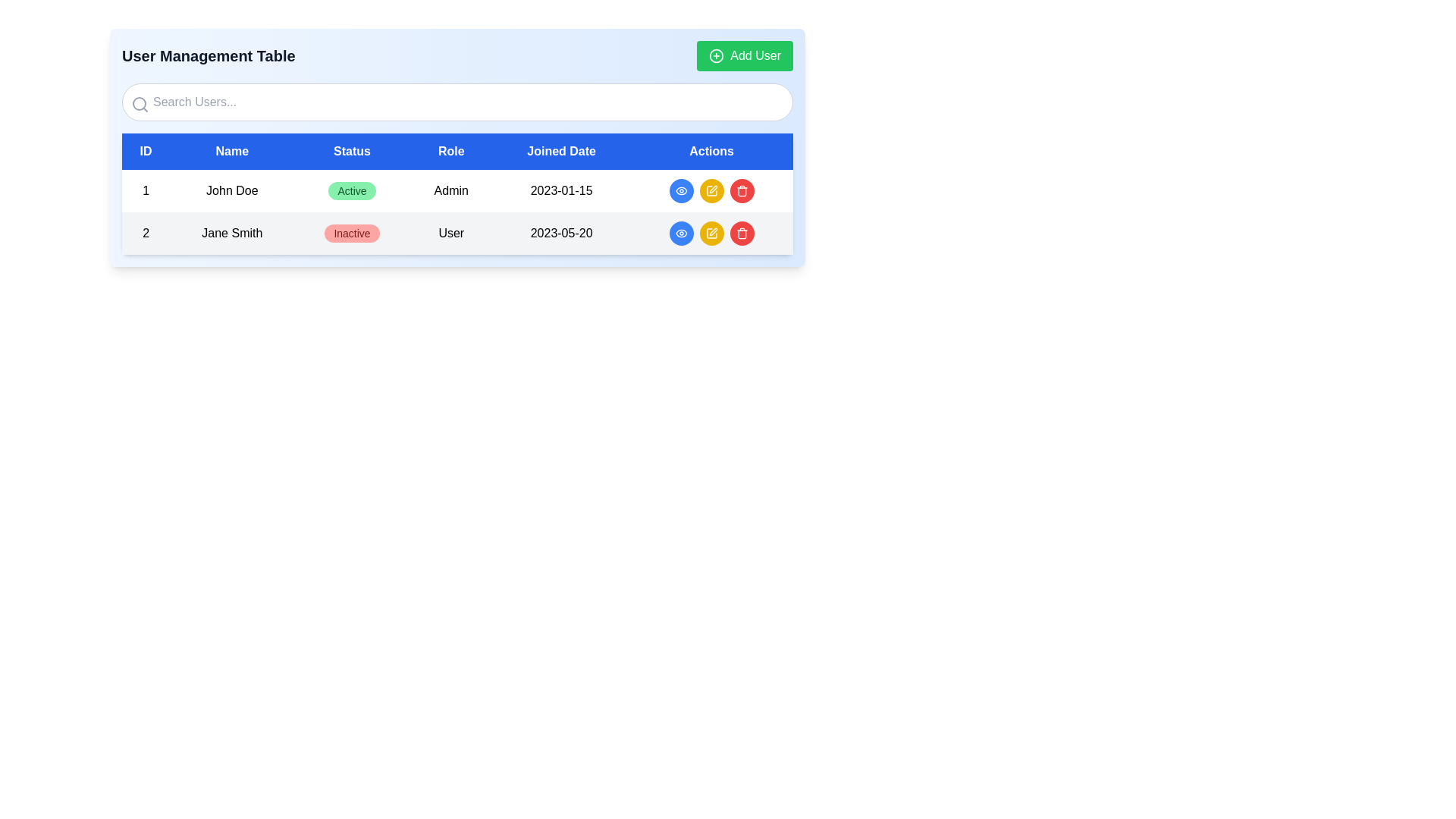 Image resolution: width=1456 pixels, height=819 pixels. Describe the element at coordinates (711, 190) in the screenshot. I see `the edit button for the user 'John Doe' in the Actions column of the user management table` at that location.